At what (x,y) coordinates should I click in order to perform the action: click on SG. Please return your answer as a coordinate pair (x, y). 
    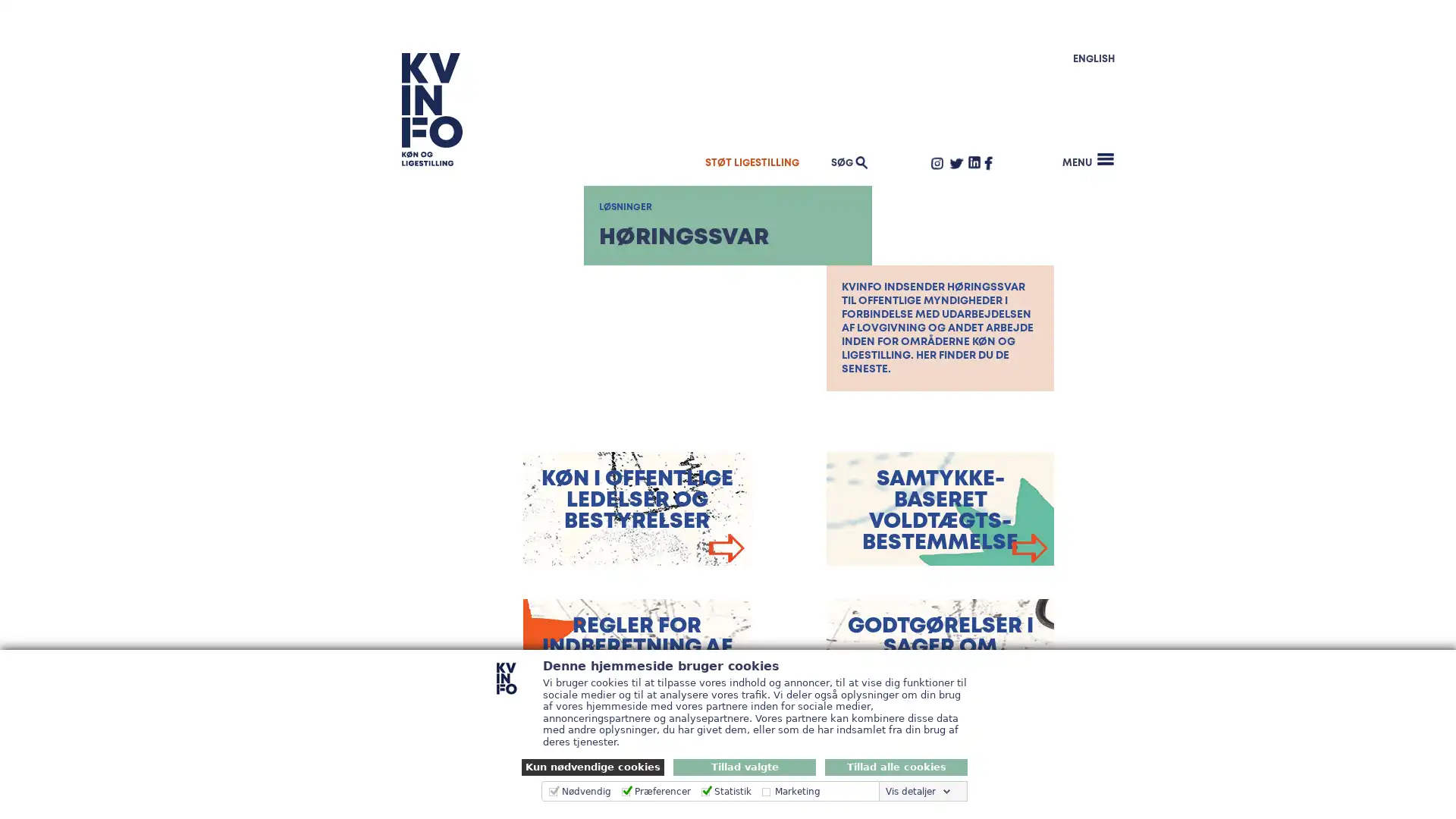
    Looking at the image, I should click on (846, 162).